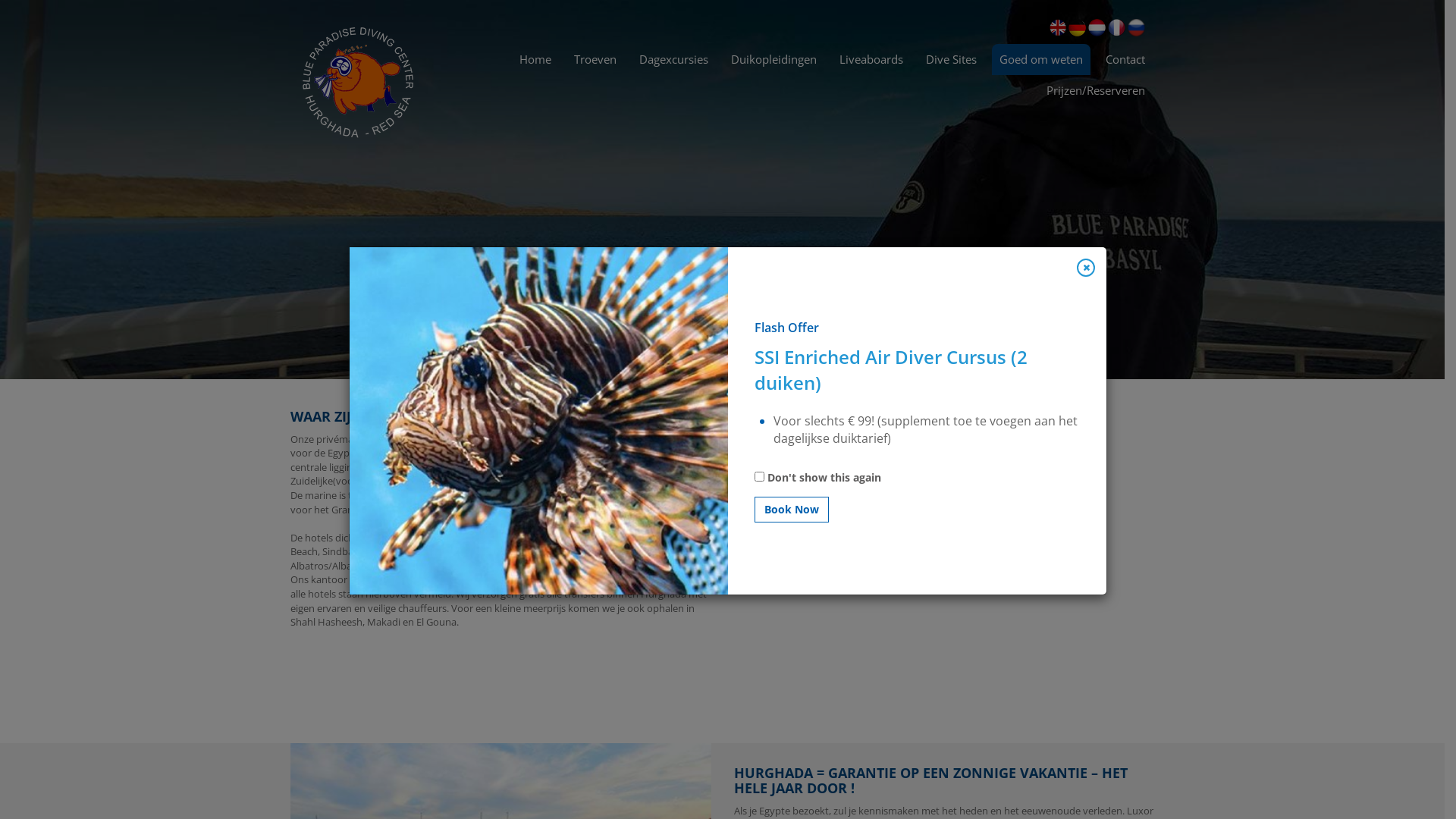 The image size is (1456, 819). I want to click on 'Dive Sites', so click(950, 58).